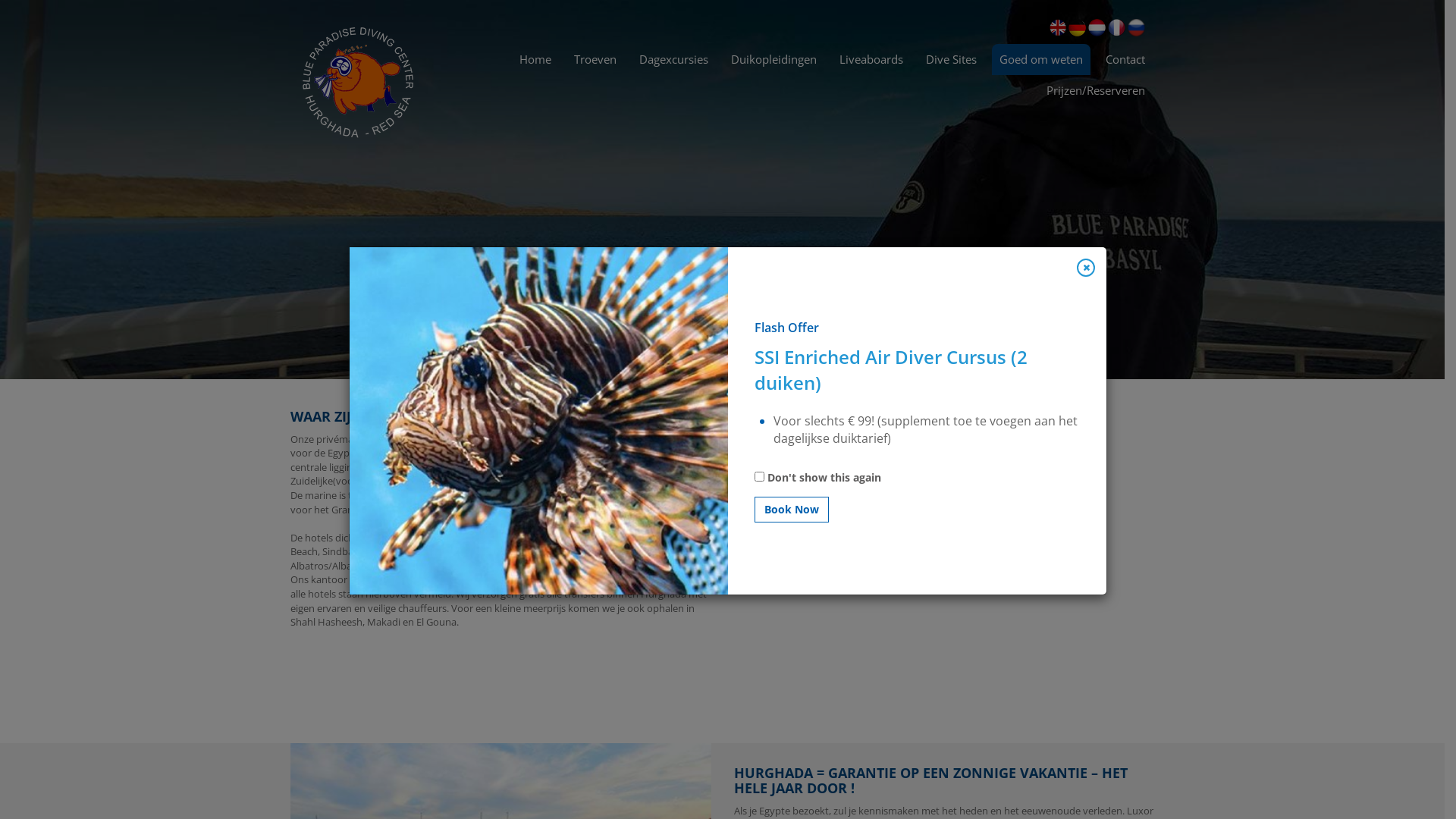 The image size is (1456, 819). I want to click on 'Dive Sites', so click(950, 58).